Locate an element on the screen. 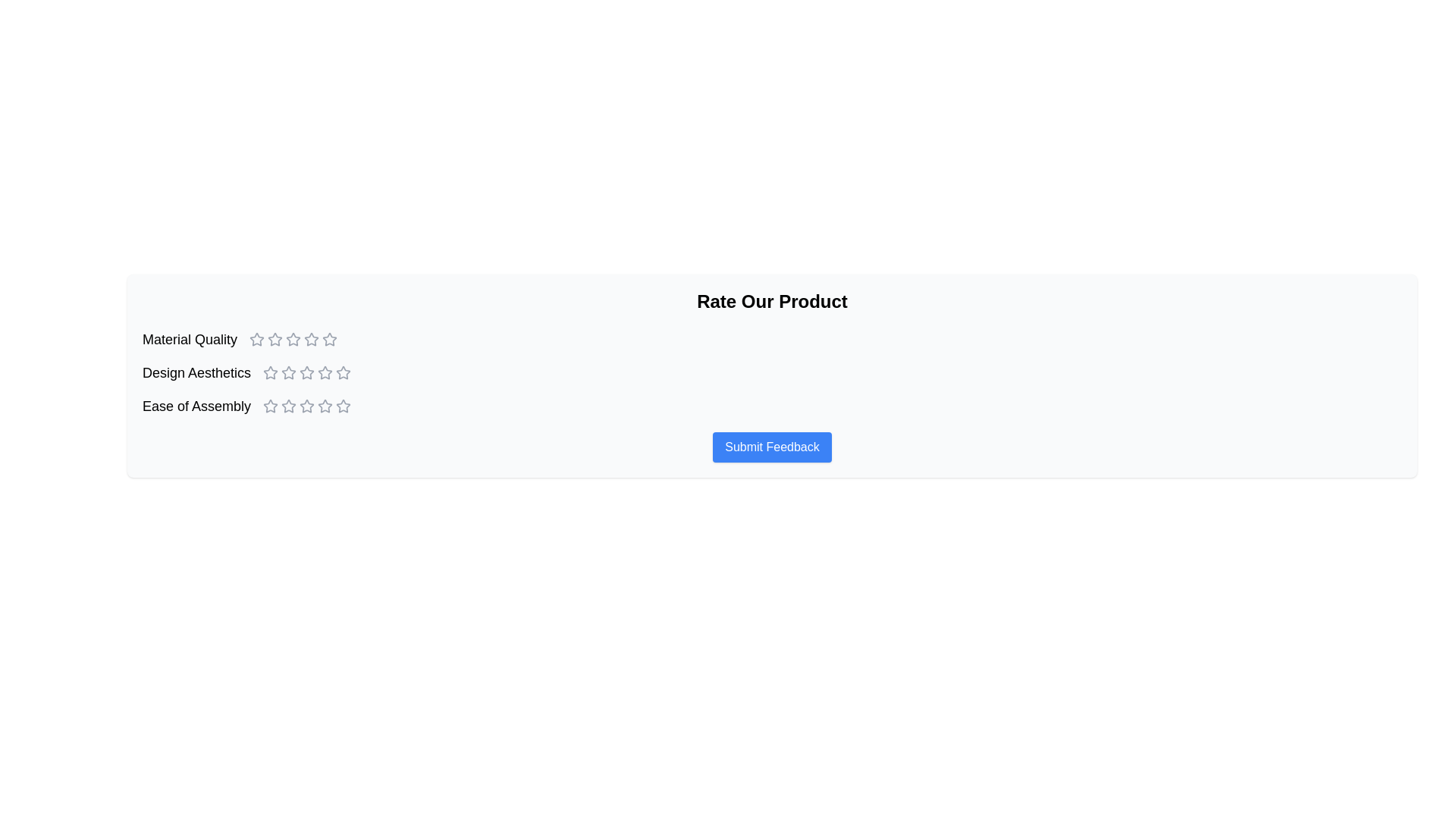 The image size is (1456, 819). the third star icon is located at coordinates (306, 406).